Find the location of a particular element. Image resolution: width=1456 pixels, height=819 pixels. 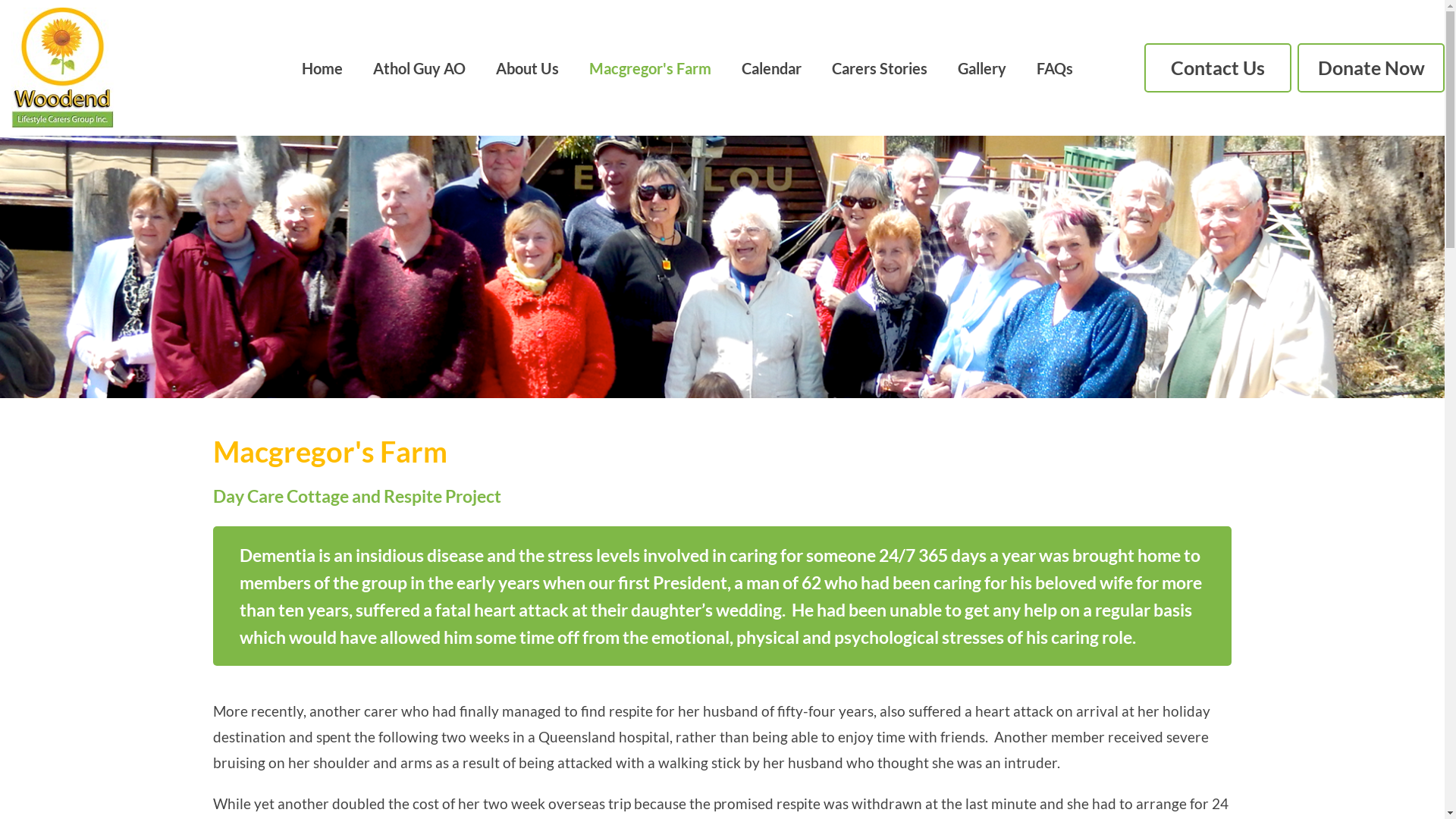

'Gallery' is located at coordinates (982, 66).